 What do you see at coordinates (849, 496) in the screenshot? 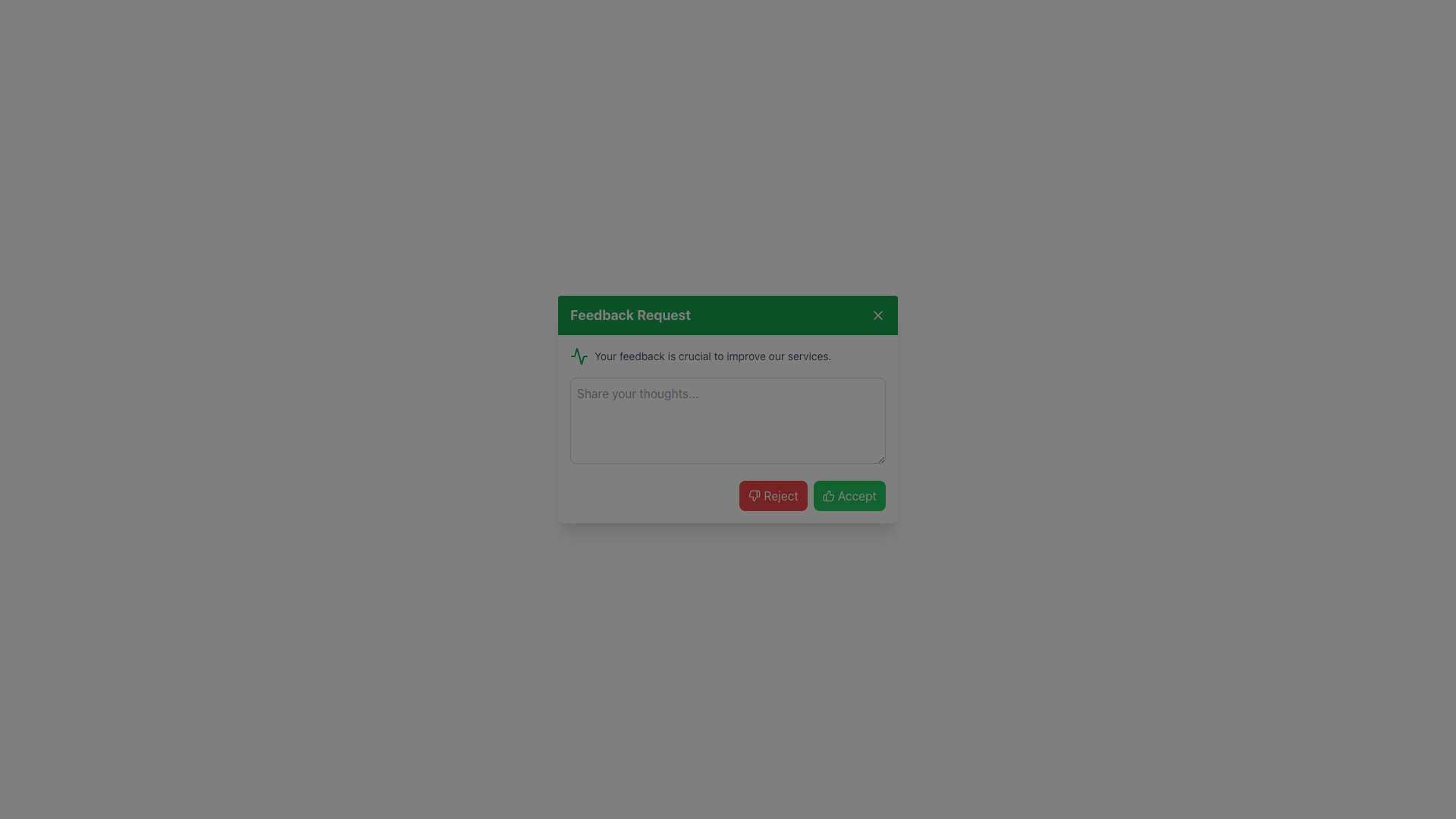
I see `the green 'Accept' button with a thumbs-up icon located within the feedback dialog box, positioned to the right of the 'Reject' button` at bounding box center [849, 496].